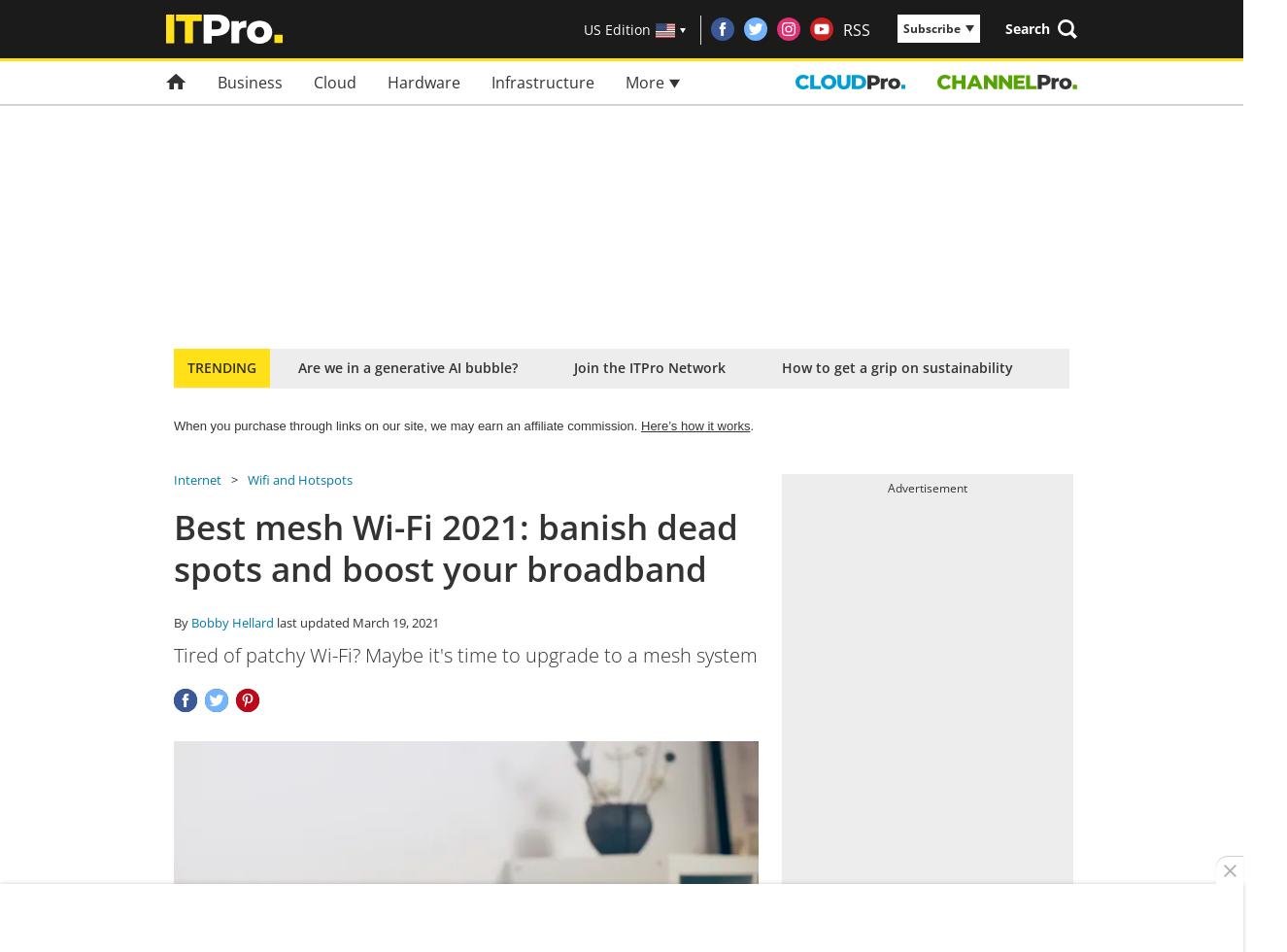 Image resolution: width=1287 pixels, height=952 pixels. I want to click on 'Wifi and Hotspots', so click(298, 480).